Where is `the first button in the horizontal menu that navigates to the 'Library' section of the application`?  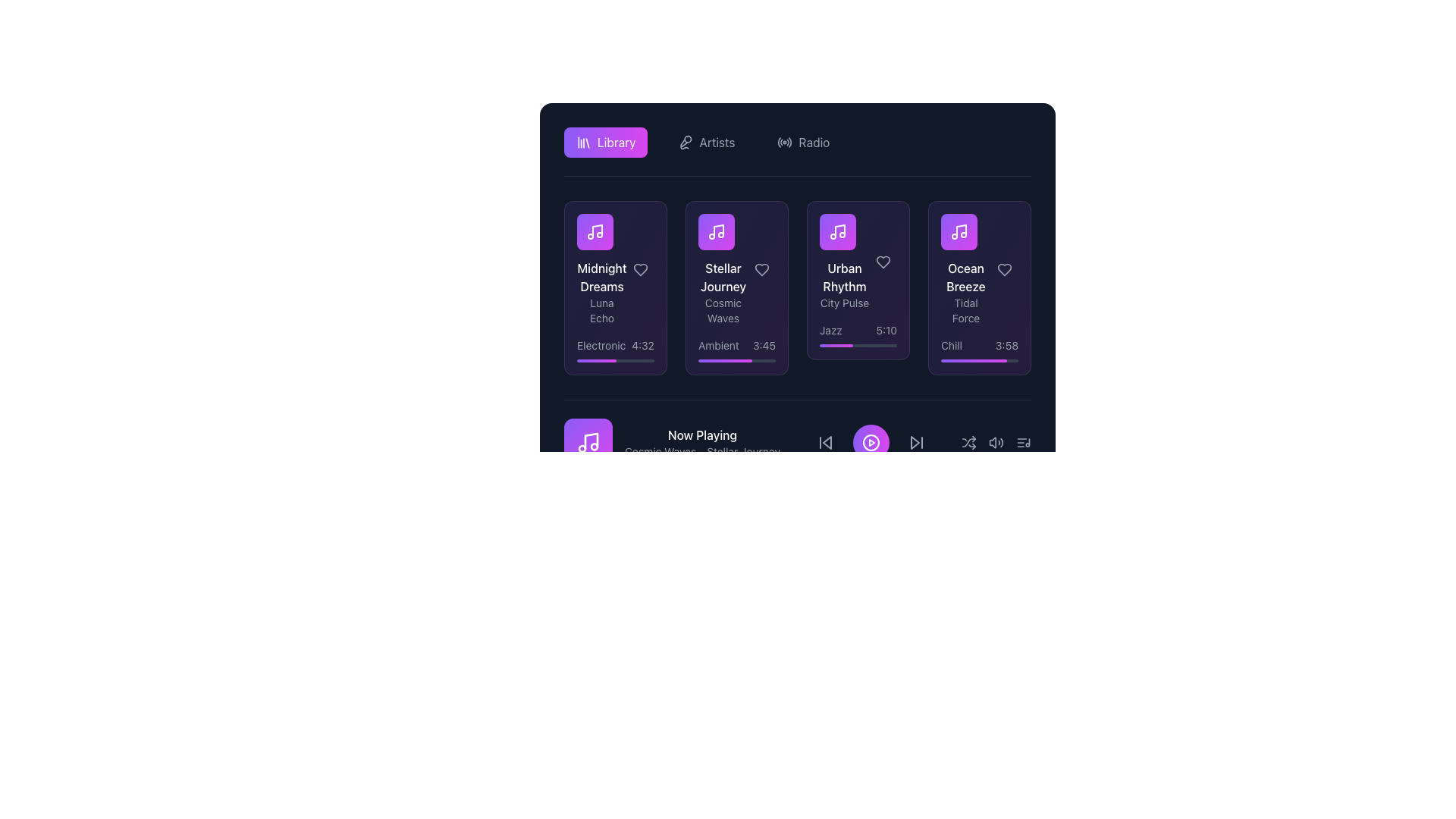 the first button in the horizontal menu that navigates to the 'Library' section of the application is located at coordinates (605, 143).